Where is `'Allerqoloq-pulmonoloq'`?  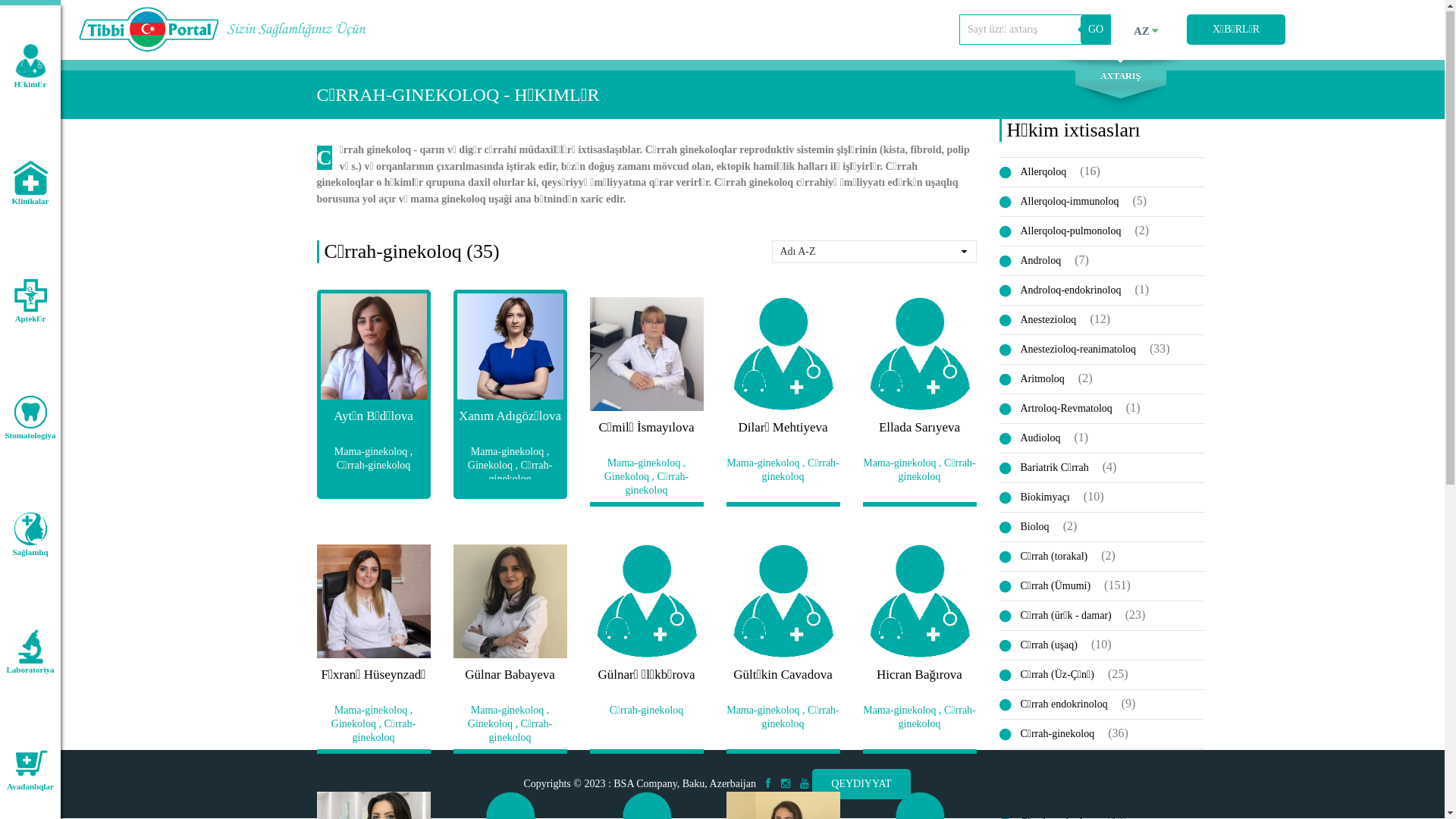 'Allerqoloq-pulmonoloq' is located at coordinates (1065, 231).